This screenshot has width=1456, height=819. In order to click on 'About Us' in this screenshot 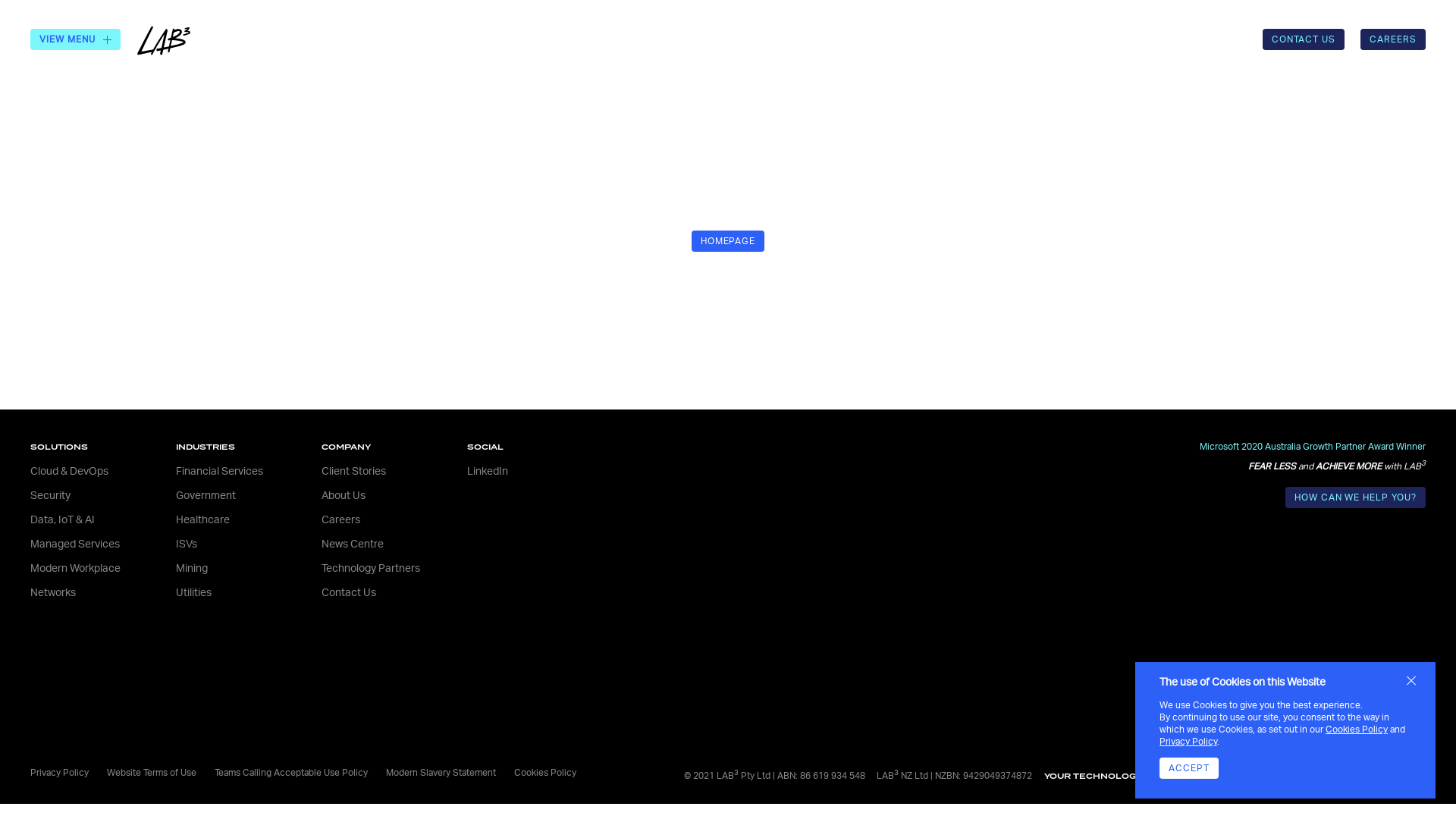, I will do `click(342, 496)`.